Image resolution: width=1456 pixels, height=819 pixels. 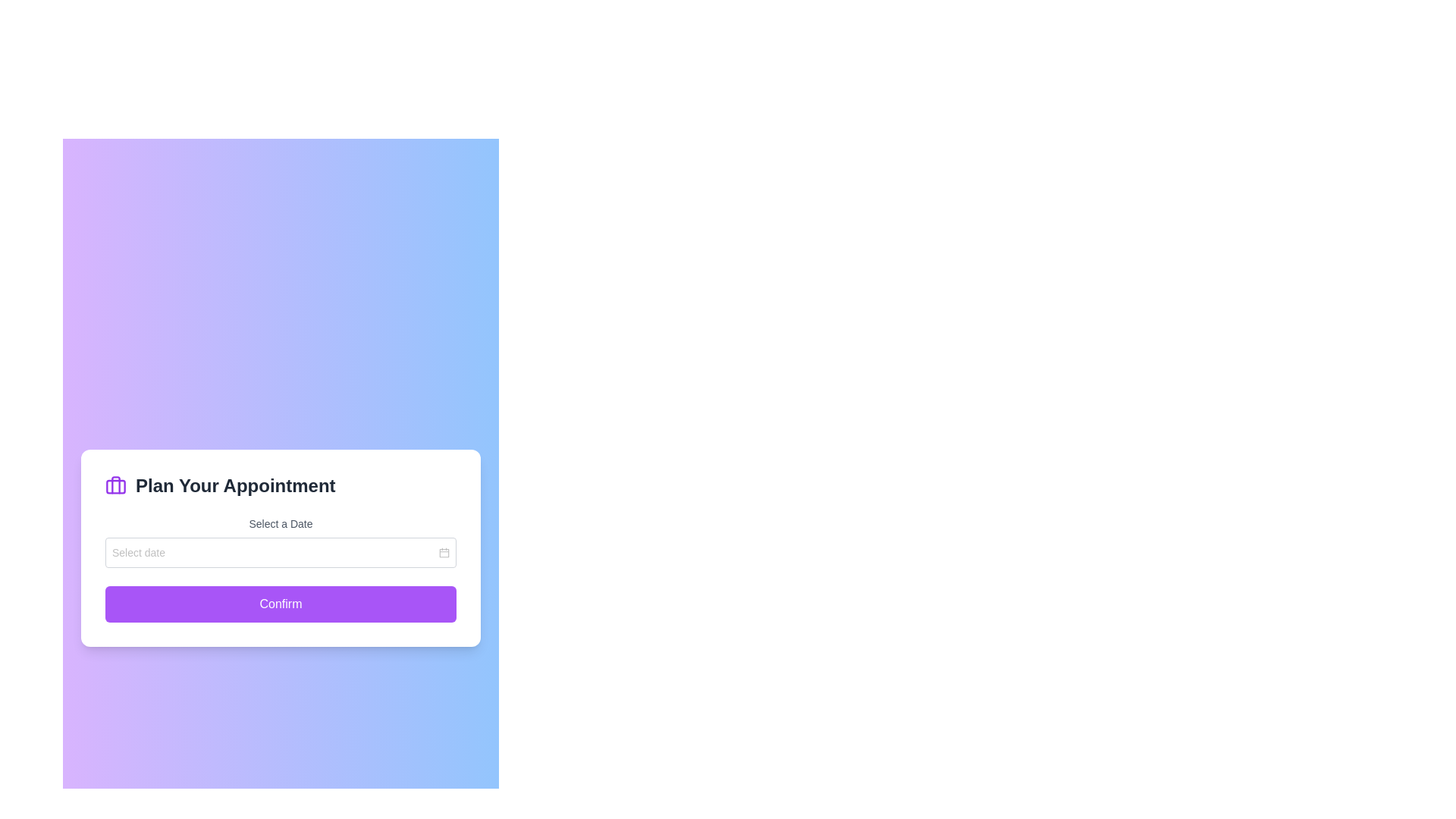 I want to click on the text label that says 'Select a Date', which is styled in a small gray font and is located at the upper center of a rectangular card above the 'Select date' input field, so click(x=281, y=522).